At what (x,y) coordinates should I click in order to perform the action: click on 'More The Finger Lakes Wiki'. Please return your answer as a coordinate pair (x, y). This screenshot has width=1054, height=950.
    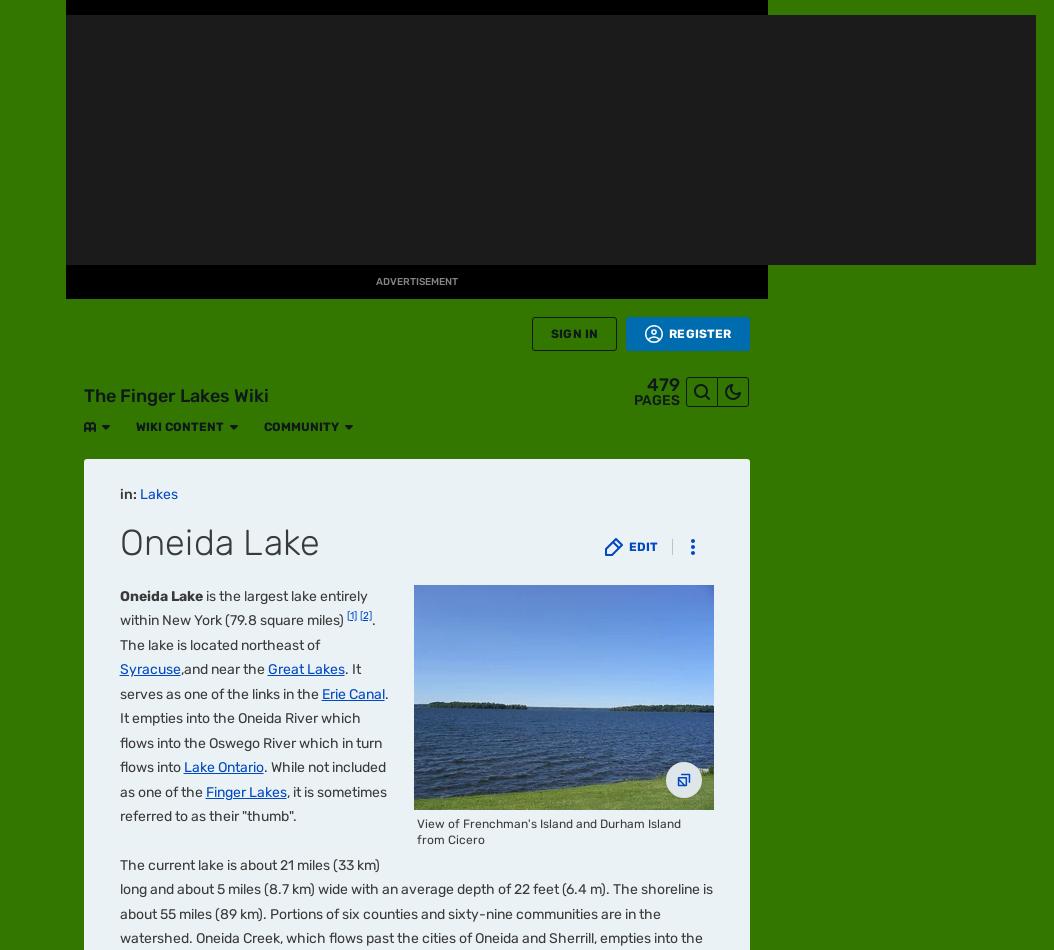
    Looking at the image, I should click on (213, 134).